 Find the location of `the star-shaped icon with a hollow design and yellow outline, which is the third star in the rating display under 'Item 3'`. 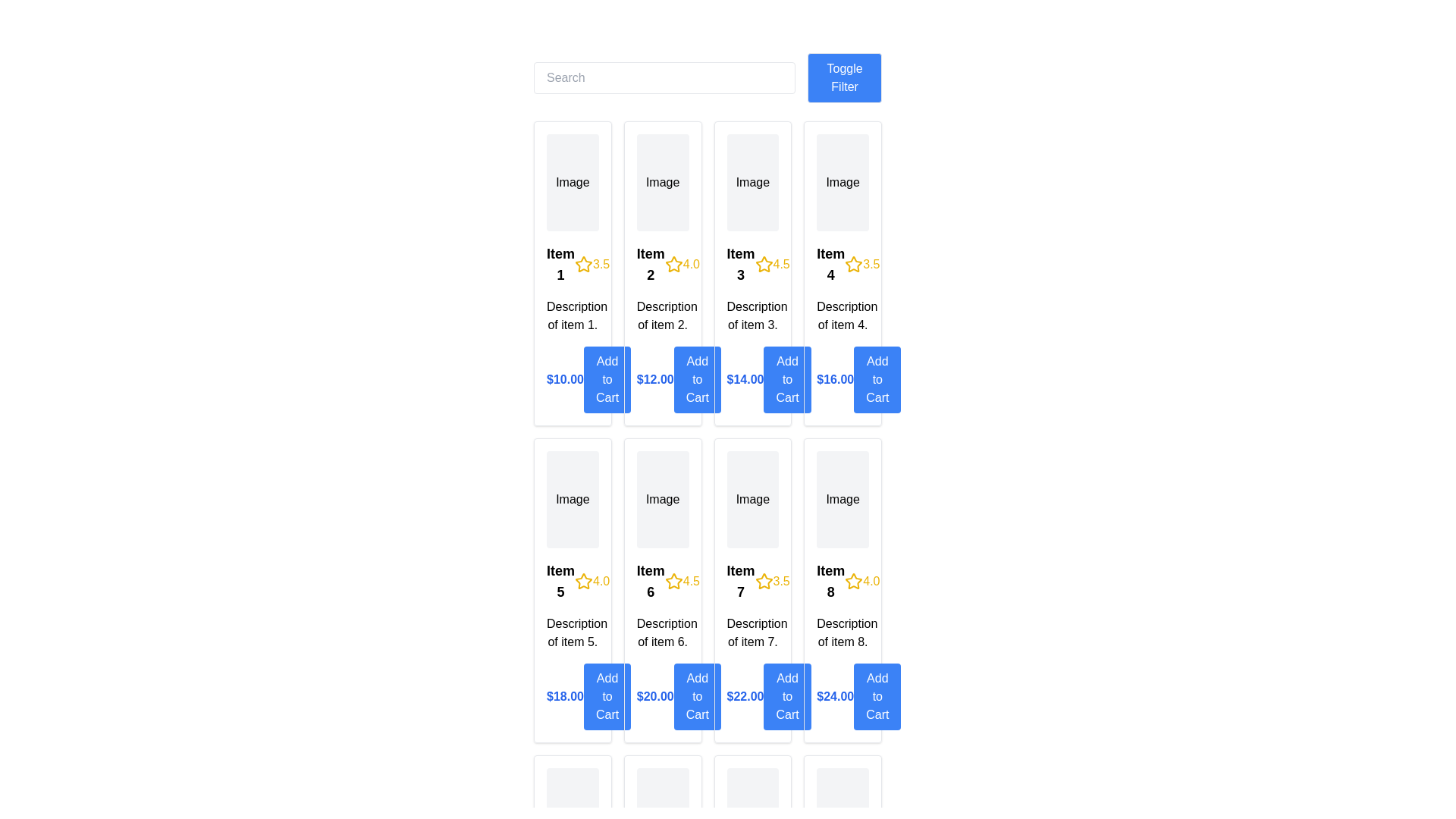

the star-shaped icon with a hollow design and yellow outline, which is the third star in the rating display under 'Item 3' is located at coordinates (764, 263).